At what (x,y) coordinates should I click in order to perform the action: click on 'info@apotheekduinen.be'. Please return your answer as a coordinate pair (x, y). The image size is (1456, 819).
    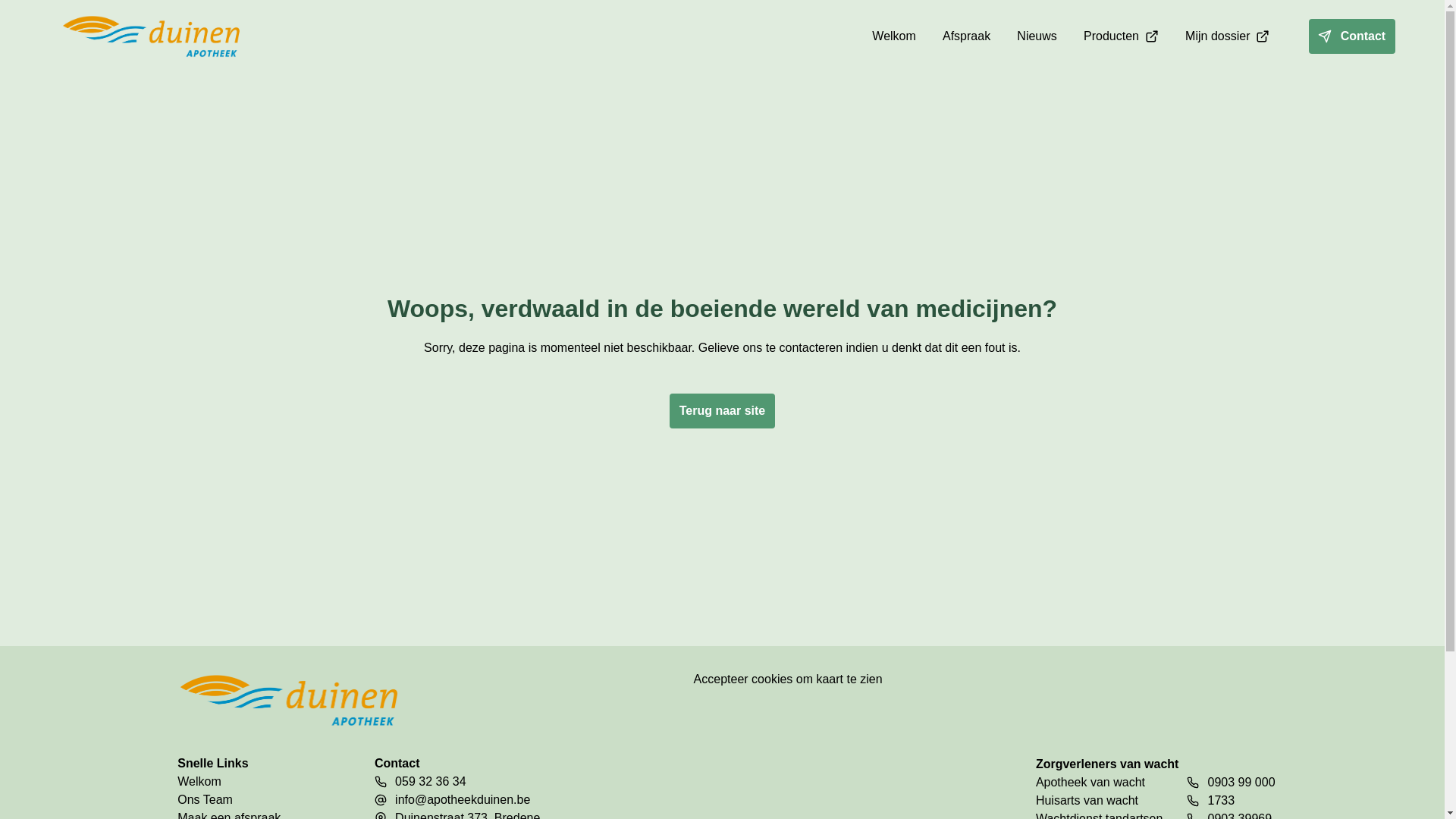
    Looking at the image, I should click on (461, 799).